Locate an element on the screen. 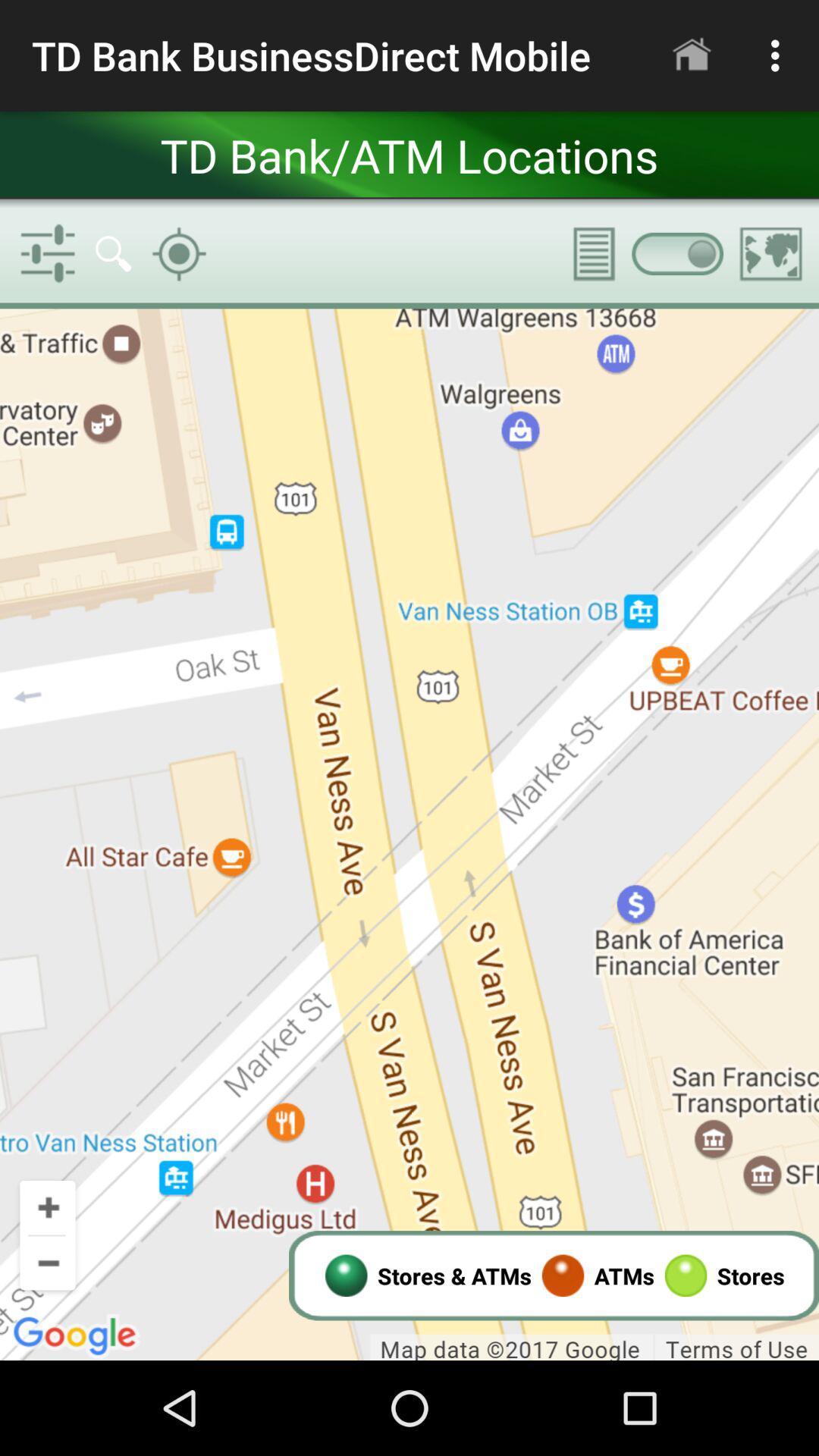 This screenshot has height=1456, width=819. home icon is located at coordinates (691, 55).